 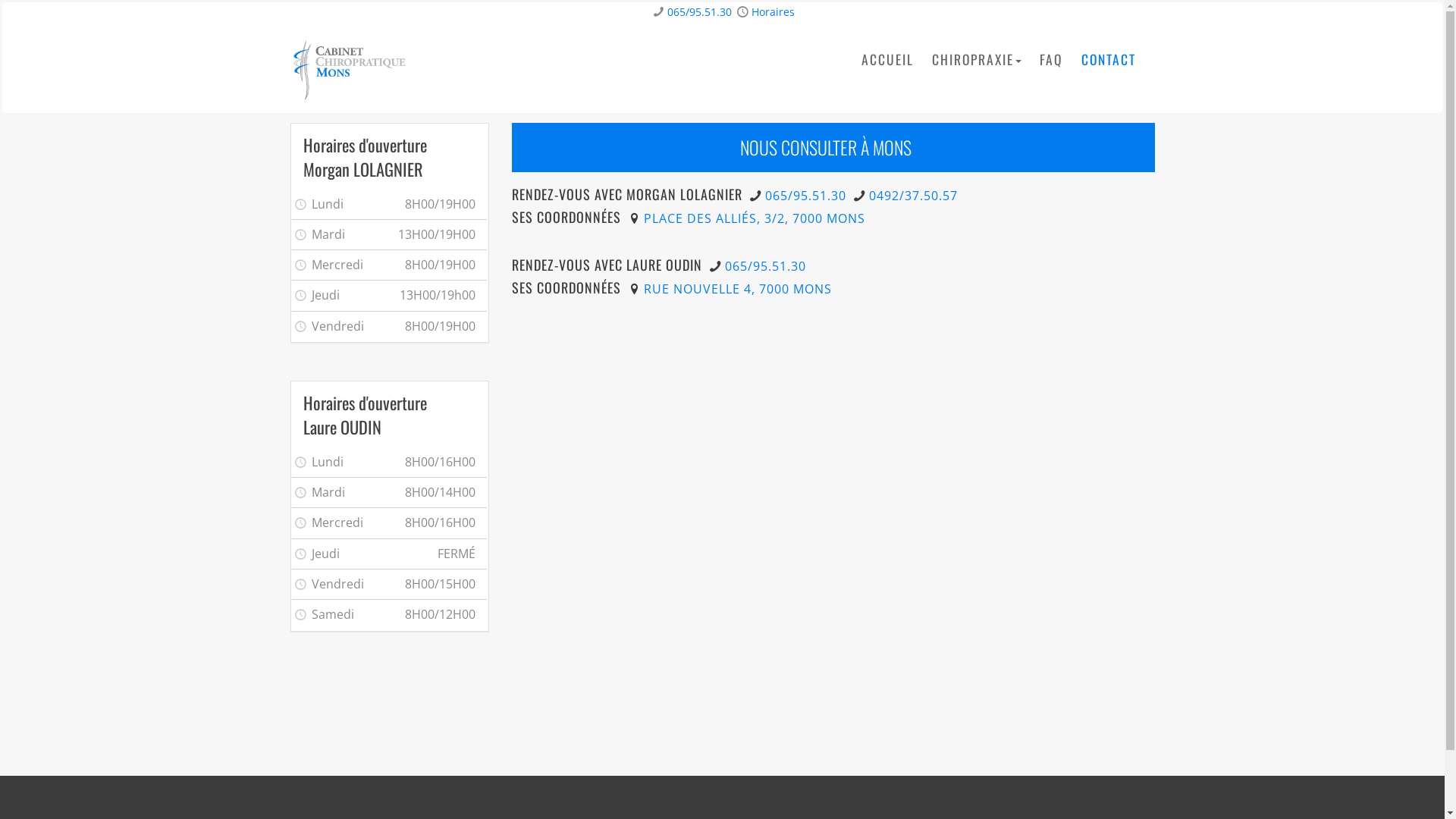 What do you see at coordinates (930, 58) in the screenshot?
I see `'CHIROPRAXIE'` at bounding box center [930, 58].